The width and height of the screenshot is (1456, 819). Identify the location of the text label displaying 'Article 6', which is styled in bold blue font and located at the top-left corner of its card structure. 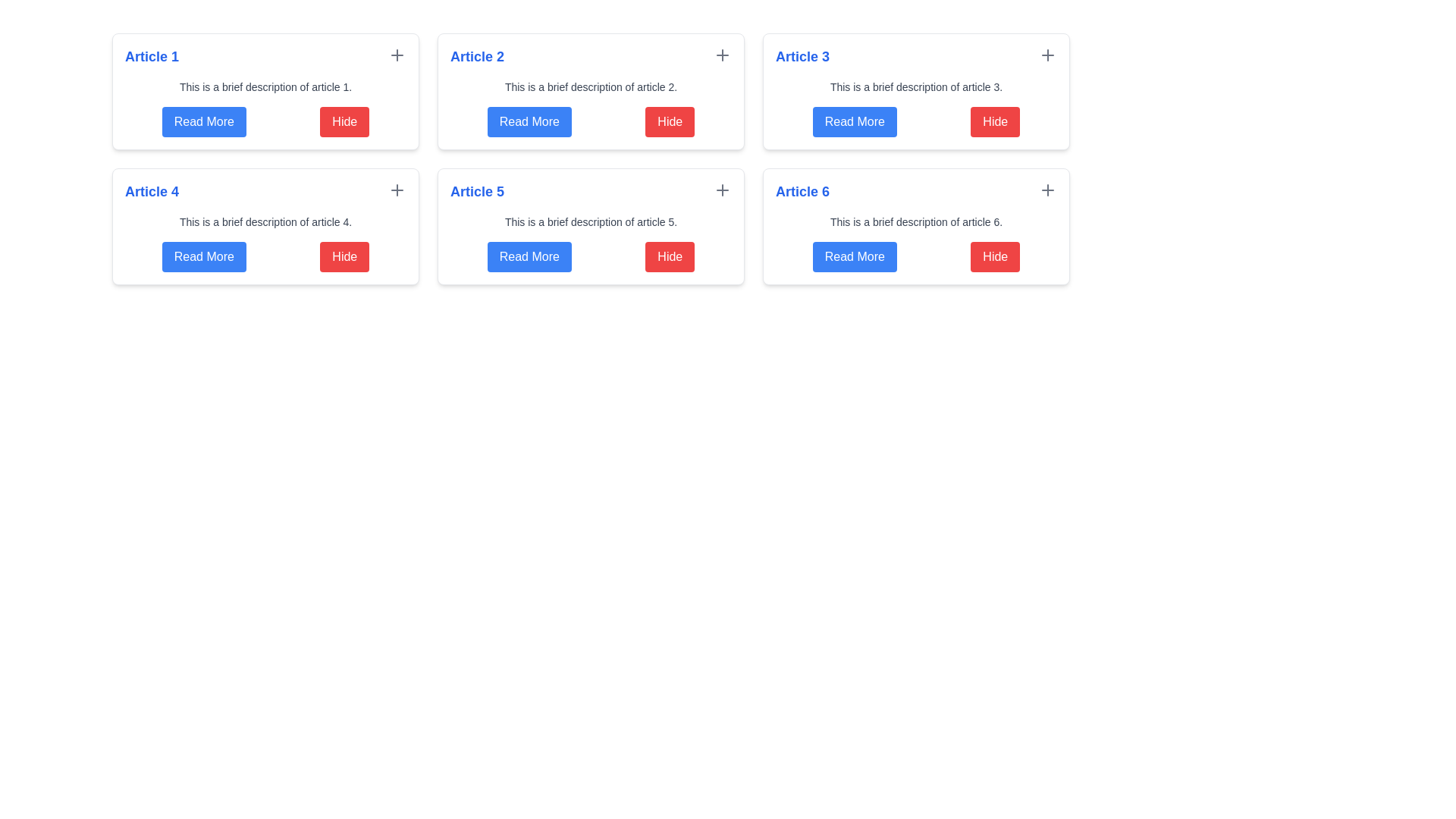
(802, 191).